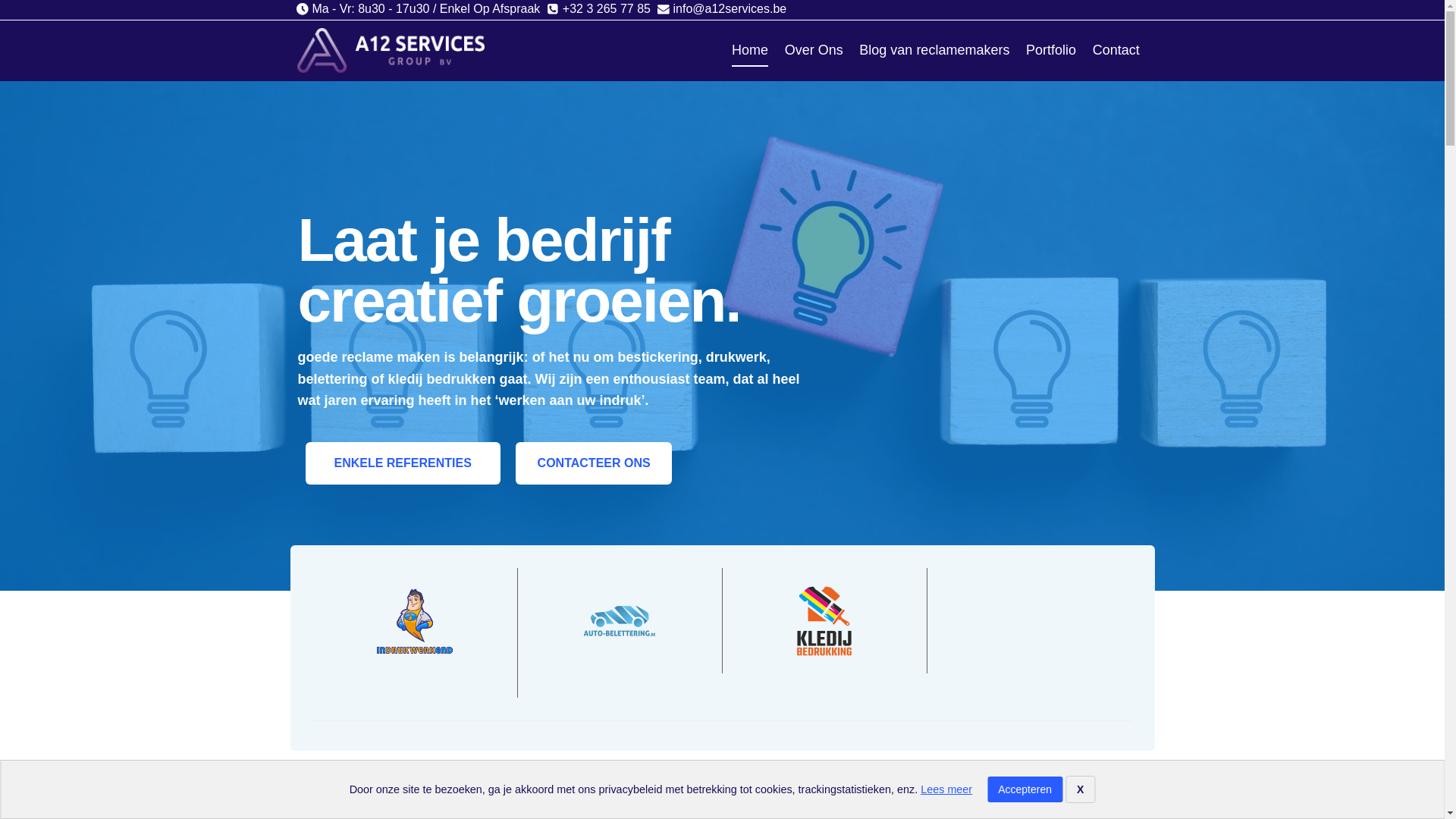  Describe the element at coordinates (1116, 49) in the screenshot. I see `'Contact'` at that location.